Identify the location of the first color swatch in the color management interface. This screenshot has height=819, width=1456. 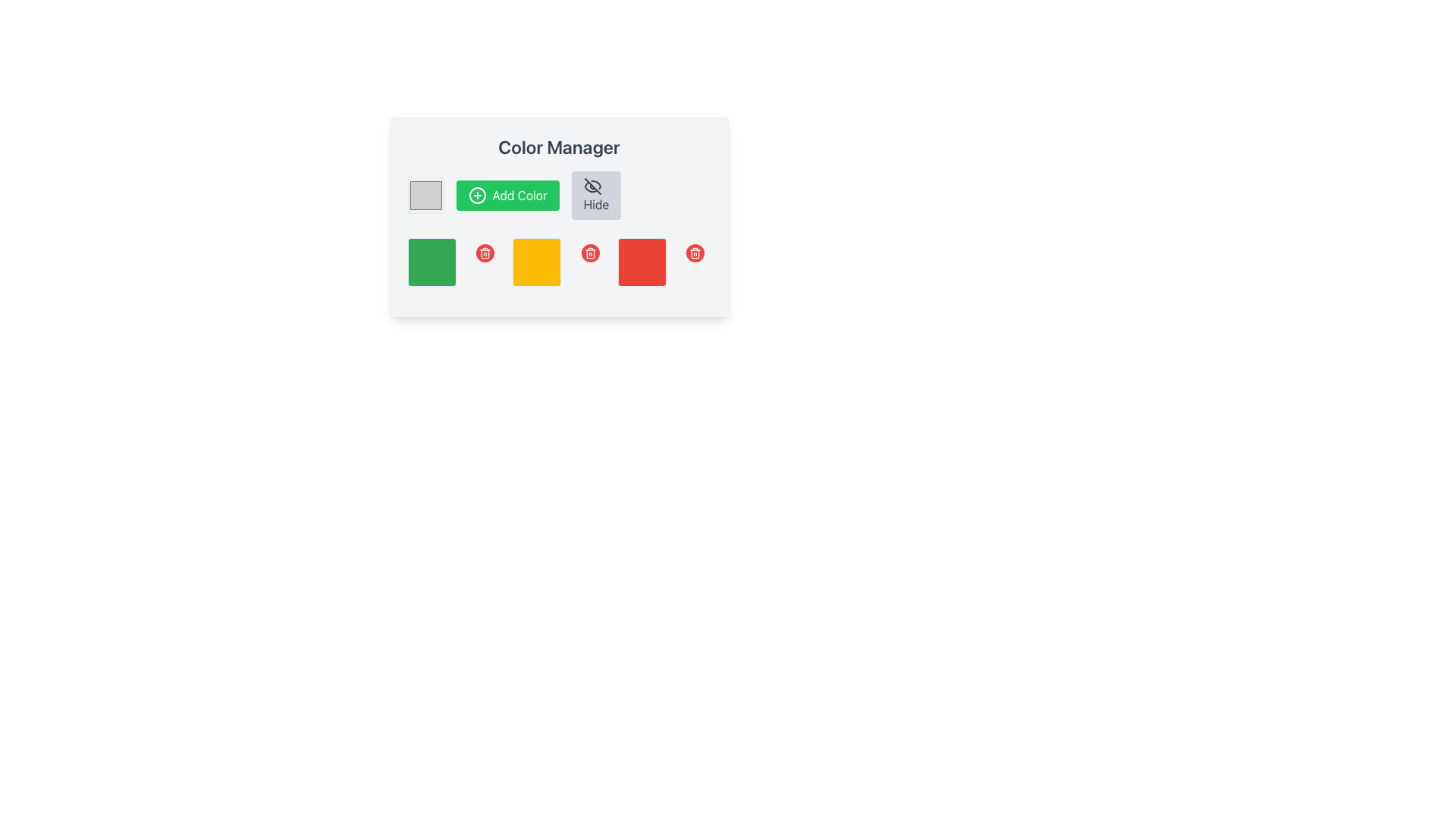
(453, 262).